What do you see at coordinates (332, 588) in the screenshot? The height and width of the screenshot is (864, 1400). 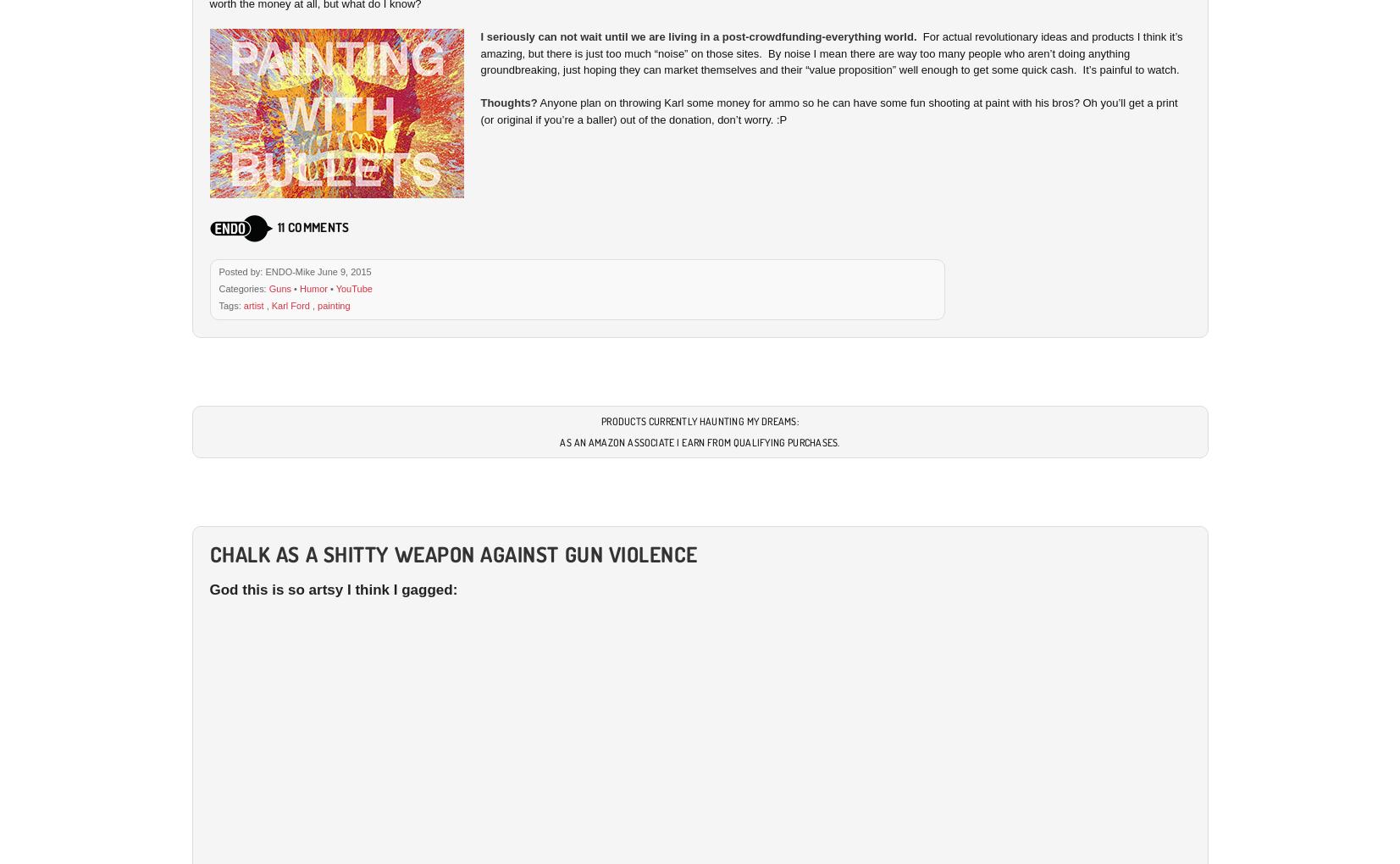 I see `'God this is so artsy I think I gagged:'` at bounding box center [332, 588].